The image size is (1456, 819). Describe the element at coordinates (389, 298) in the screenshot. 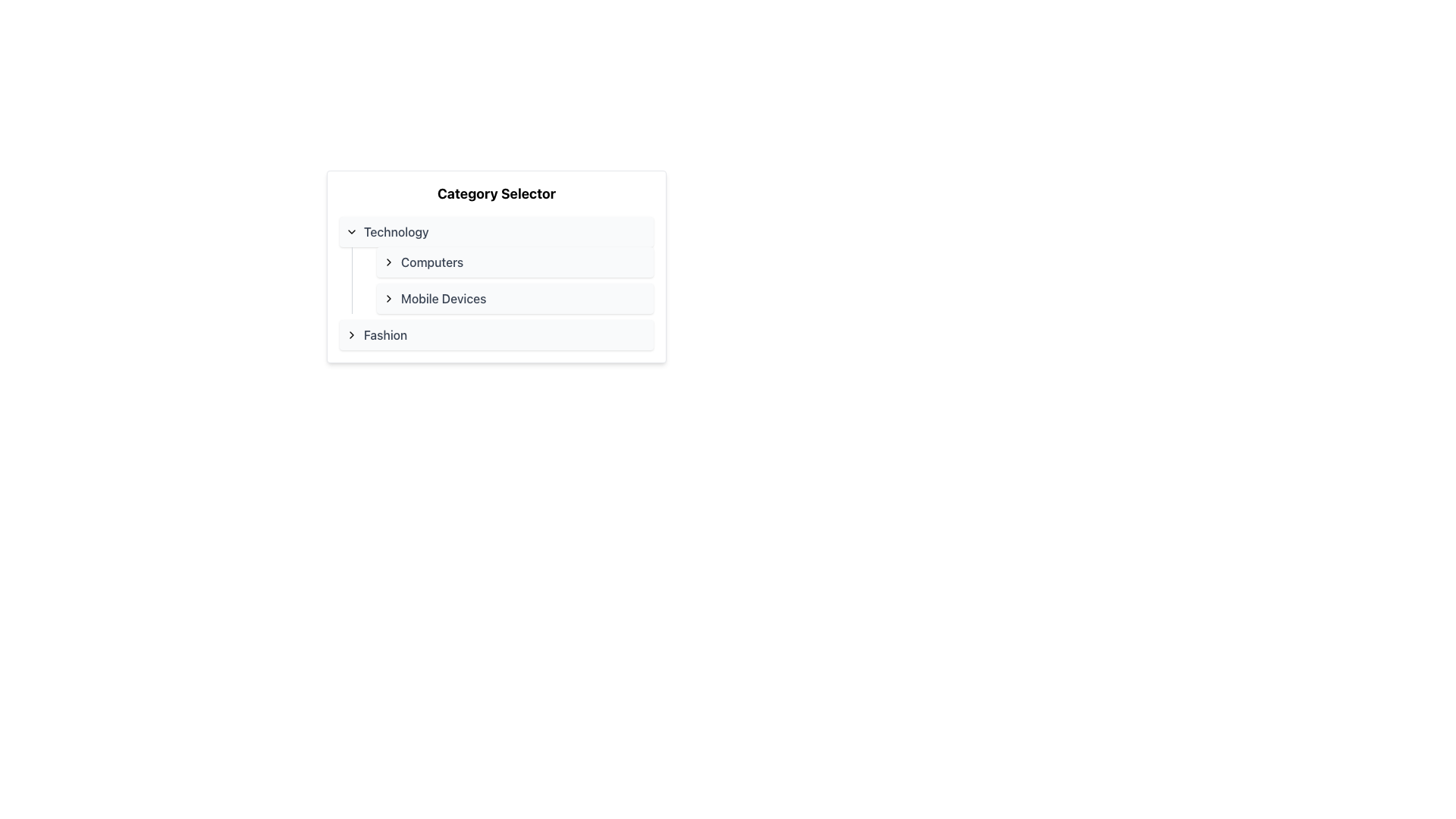

I see `the small chevron icon pointing to the right, located on the left side of the 'Mobile Devices' text label` at that location.